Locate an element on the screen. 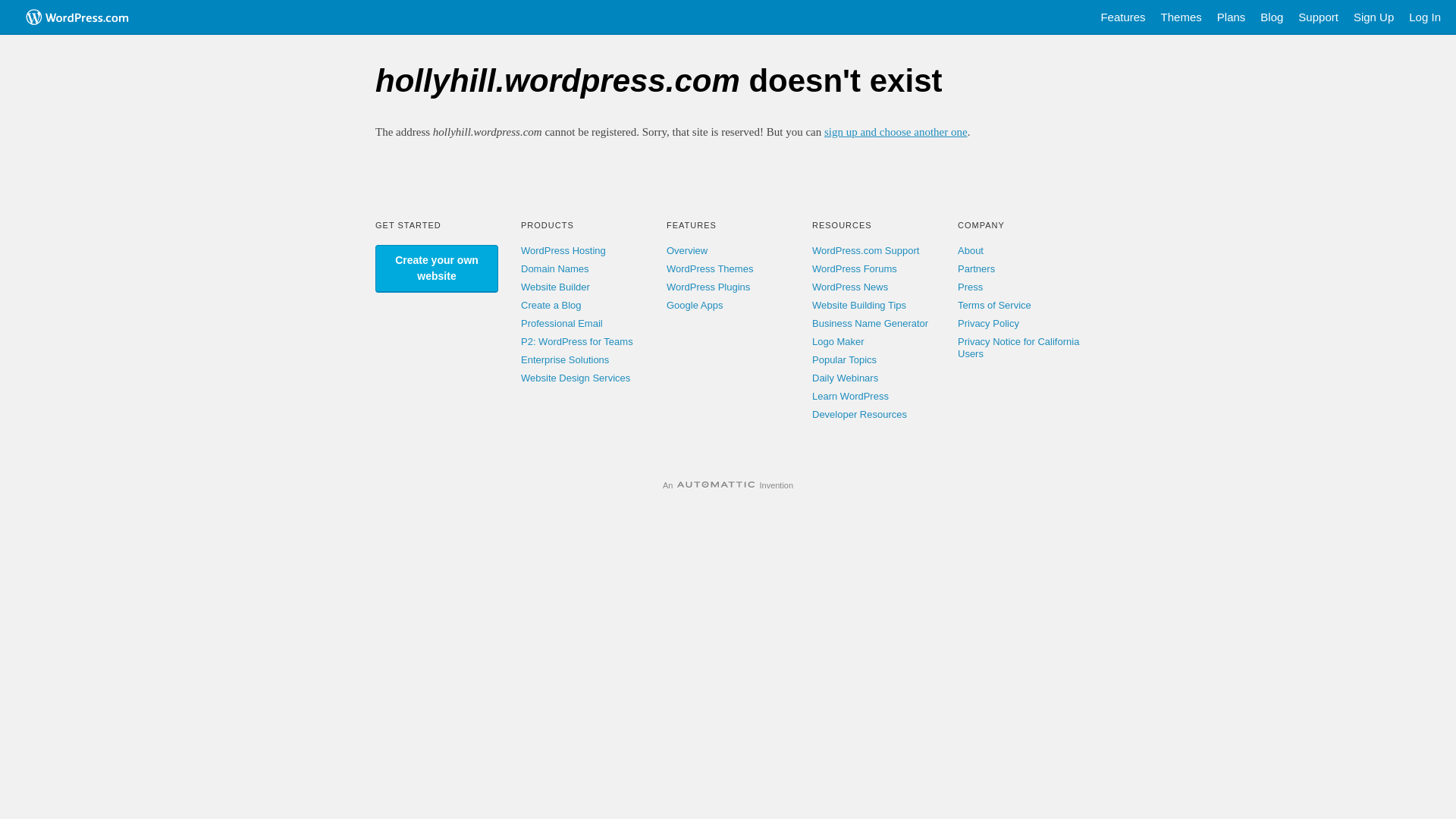 Image resolution: width=1456 pixels, height=819 pixels. 'Log In' is located at coordinates (1423, 17).